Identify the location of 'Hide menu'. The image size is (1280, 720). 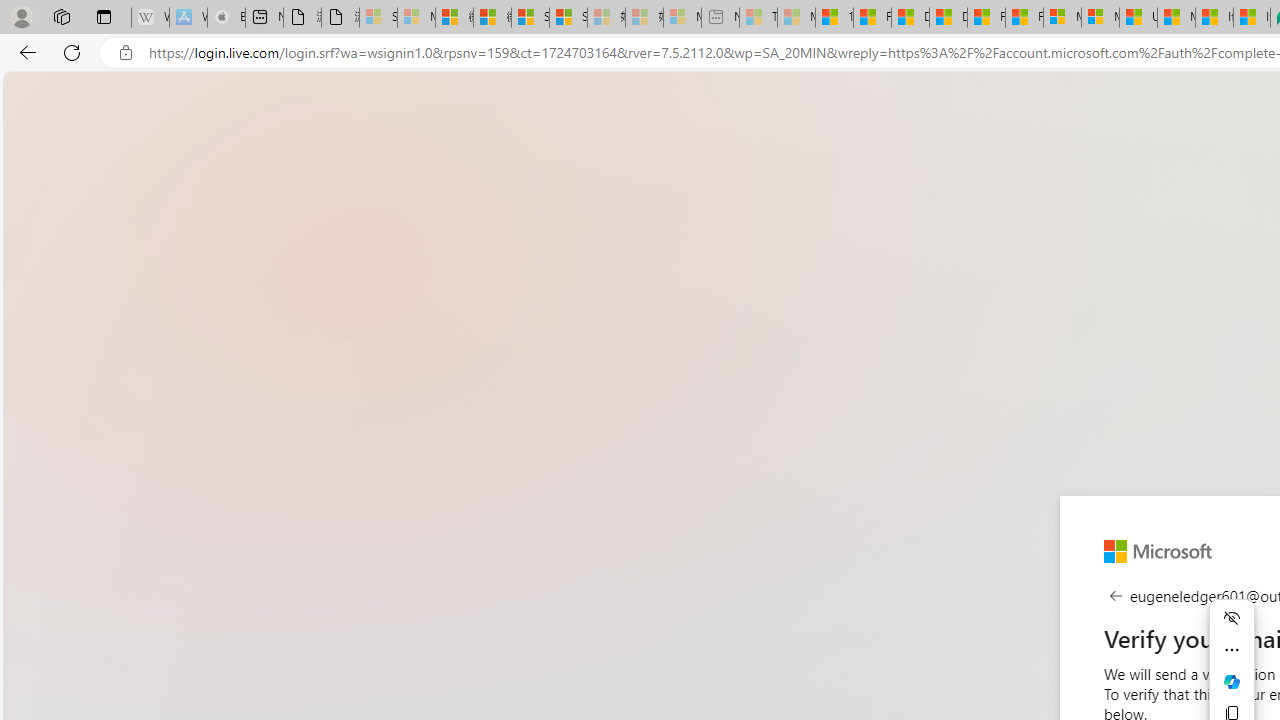
(1231, 617).